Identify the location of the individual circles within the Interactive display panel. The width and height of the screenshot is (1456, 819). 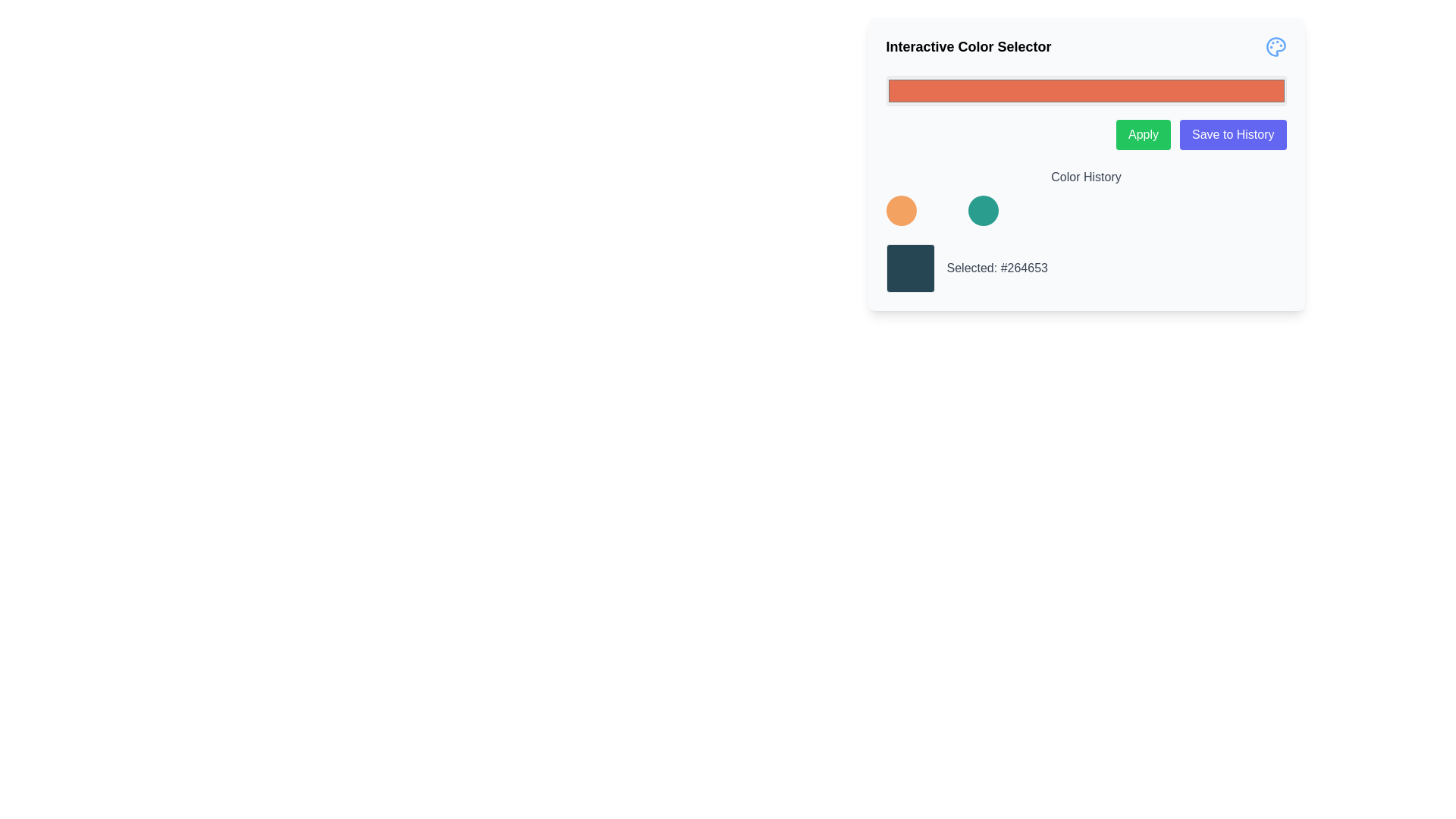
(1085, 196).